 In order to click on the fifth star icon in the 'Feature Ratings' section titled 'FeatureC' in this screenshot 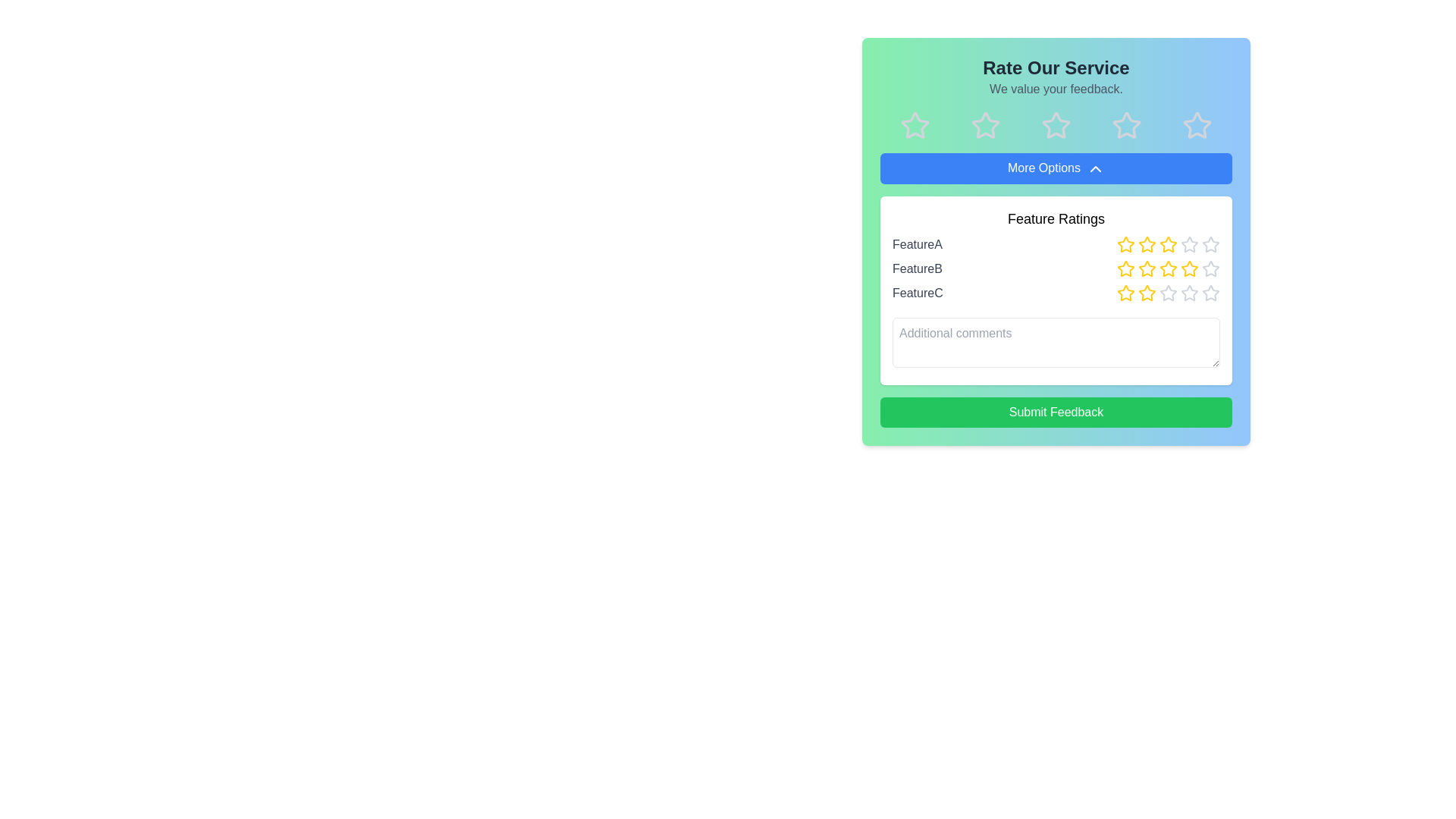, I will do `click(1210, 293)`.